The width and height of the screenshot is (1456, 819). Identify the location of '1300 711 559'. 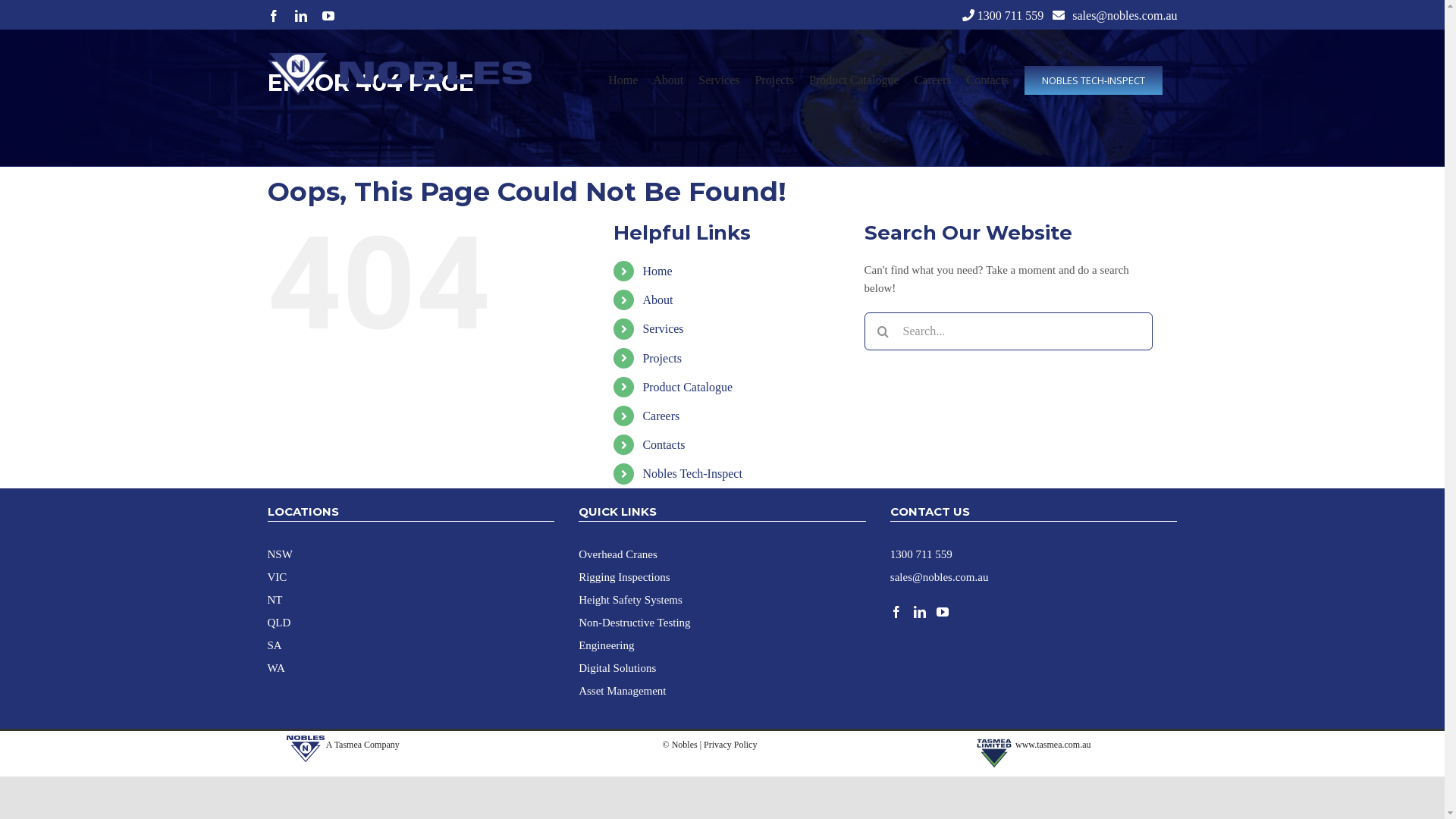
(1010, 15).